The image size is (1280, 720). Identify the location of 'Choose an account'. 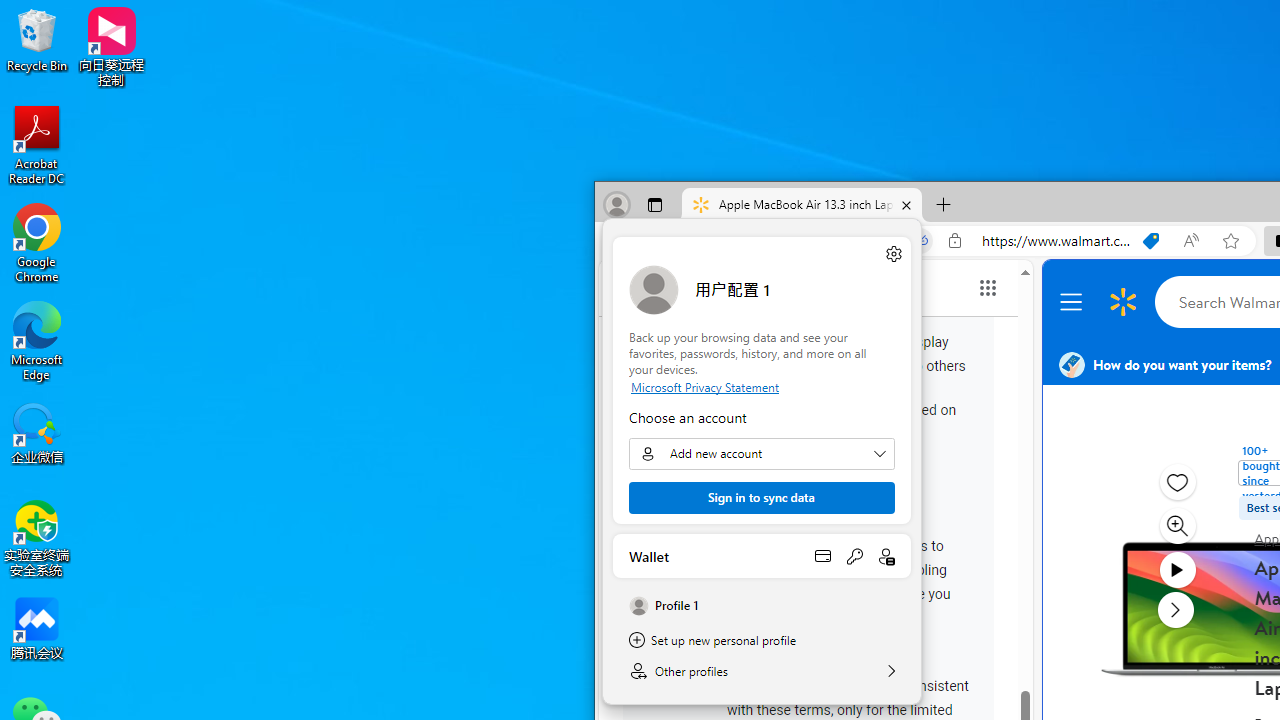
(760, 453).